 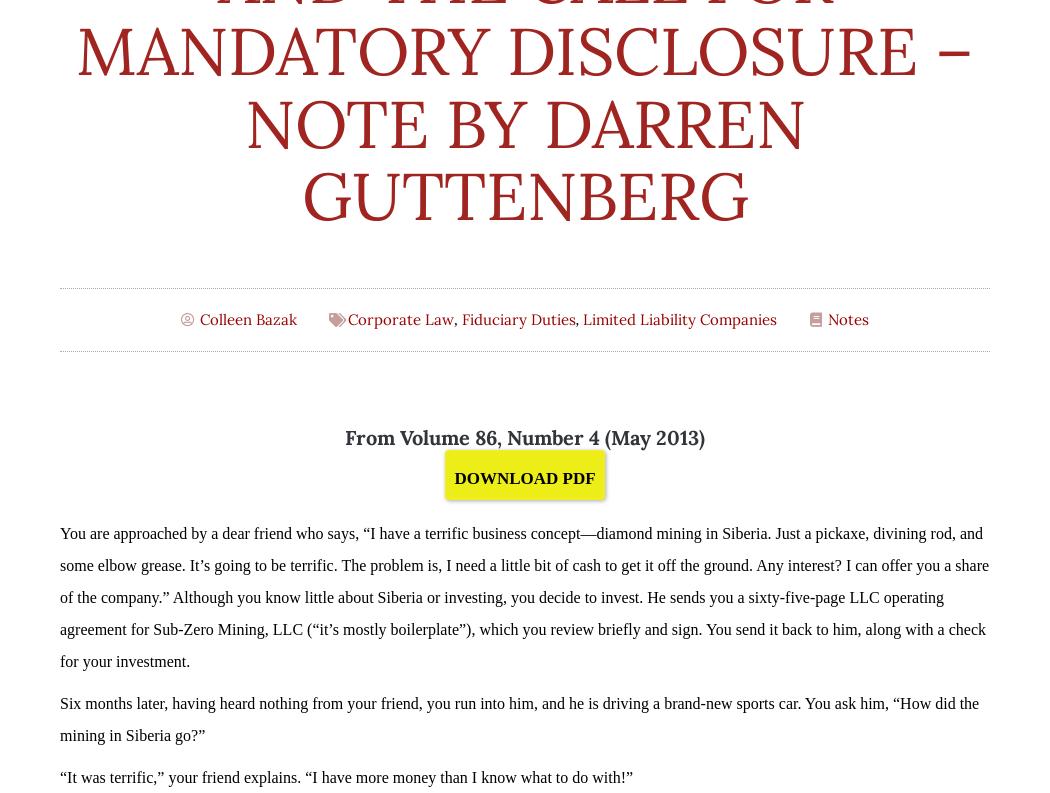 I want to click on 'Six months later, having heard nothing from your friend, you run into him, and he is driving a brand-new sports car. You ask him, “How did the mining in Siberia go?”', so click(x=518, y=717).